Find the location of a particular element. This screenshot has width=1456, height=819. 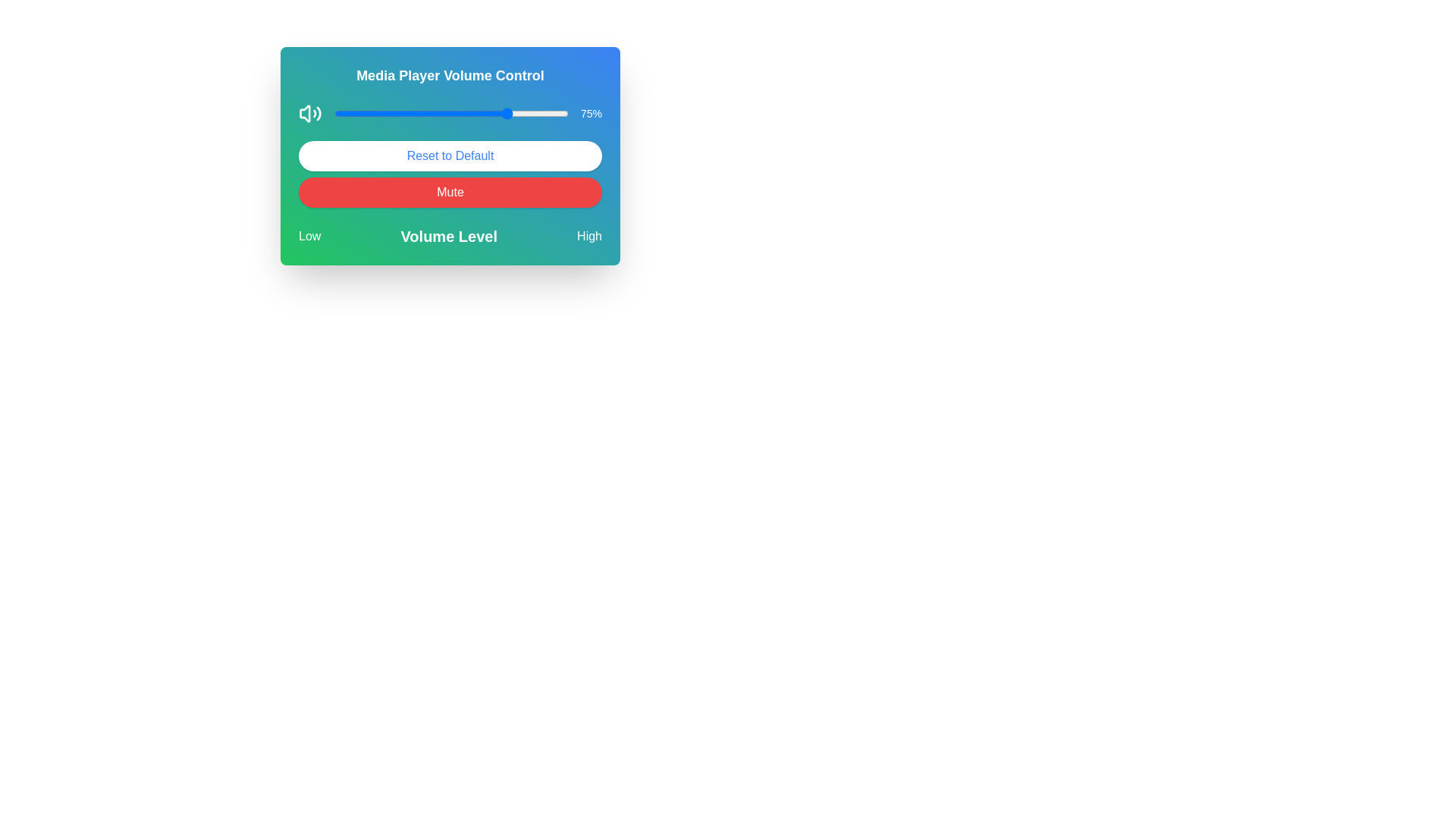

the volume control icon that depicts a speaker emitting sound waves, which is located on the far left of the volume control bar is located at coordinates (309, 113).